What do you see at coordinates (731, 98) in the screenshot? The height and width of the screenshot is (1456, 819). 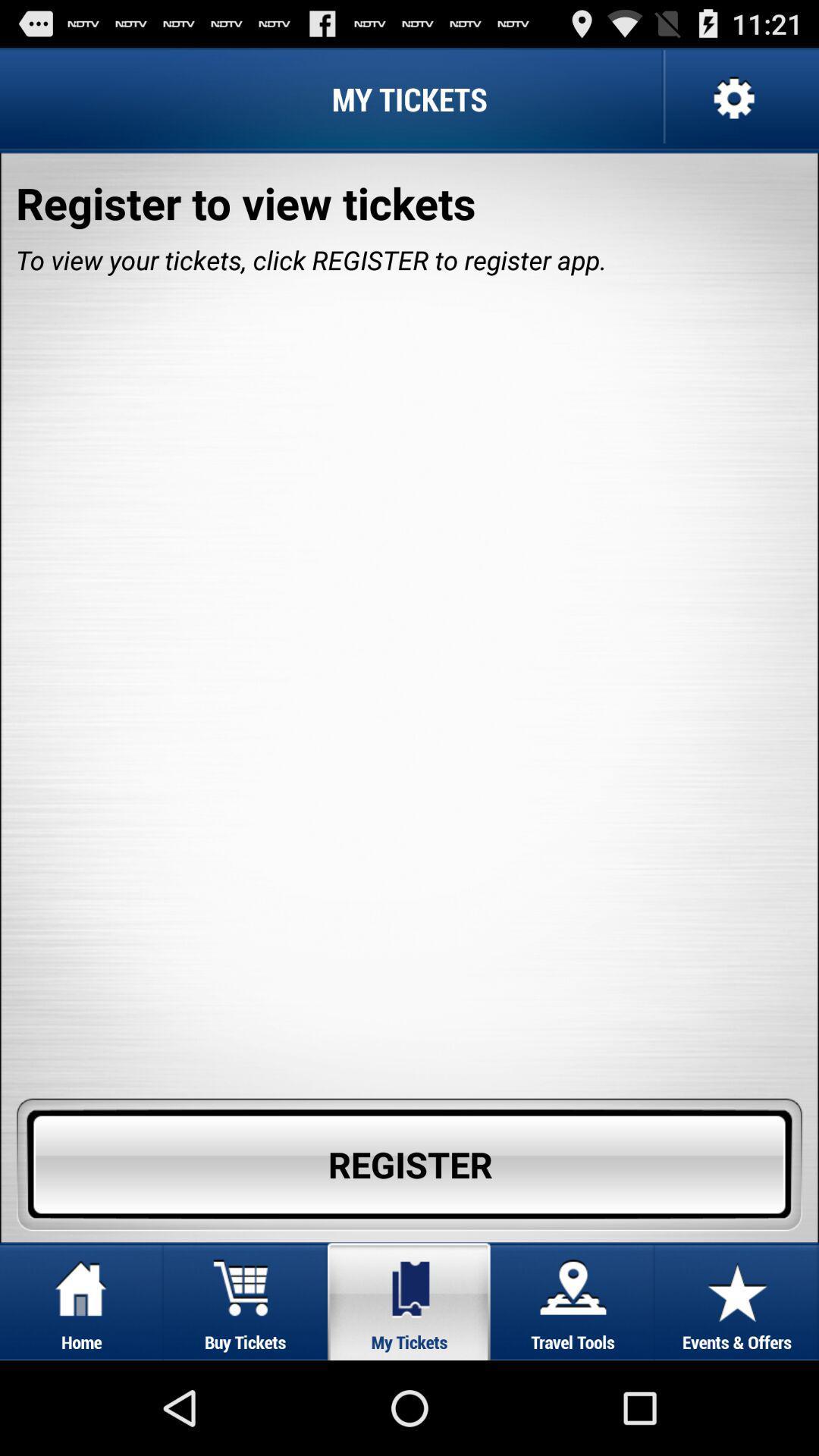 I see `icon at the top right corner` at bounding box center [731, 98].